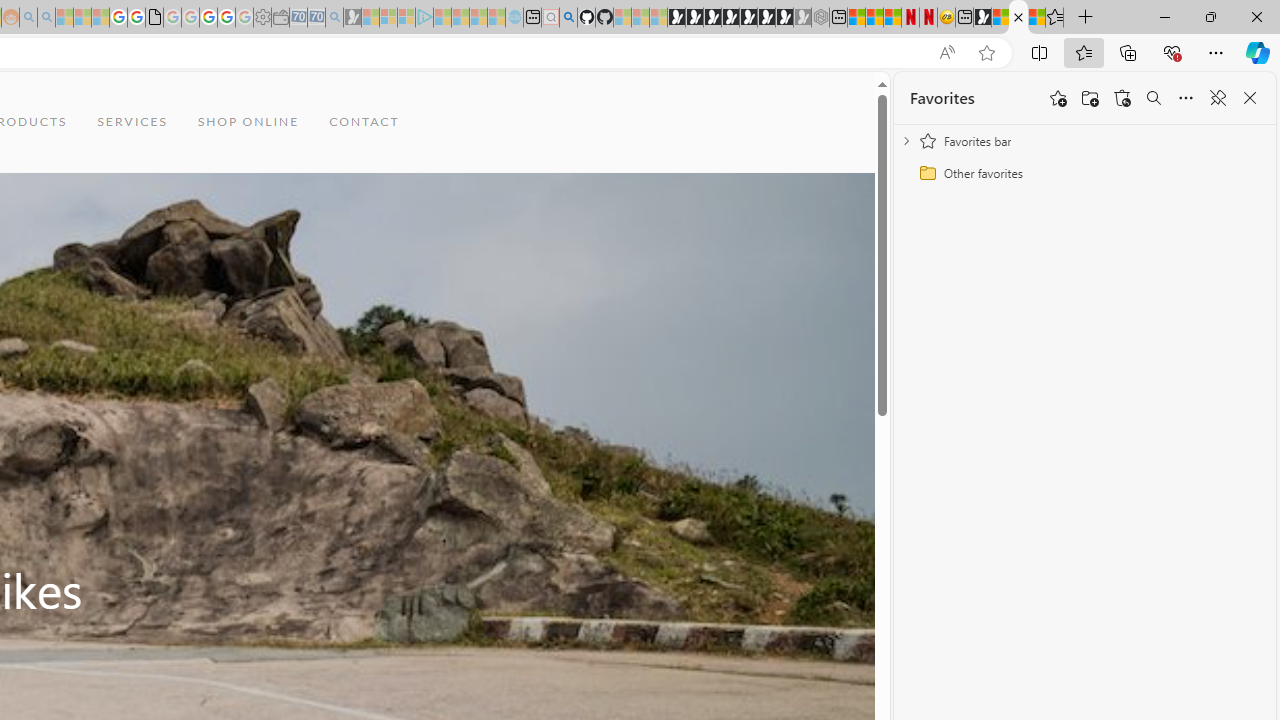  Describe the element at coordinates (1122, 98) in the screenshot. I see `'Restore deleted favorites'` at that location.